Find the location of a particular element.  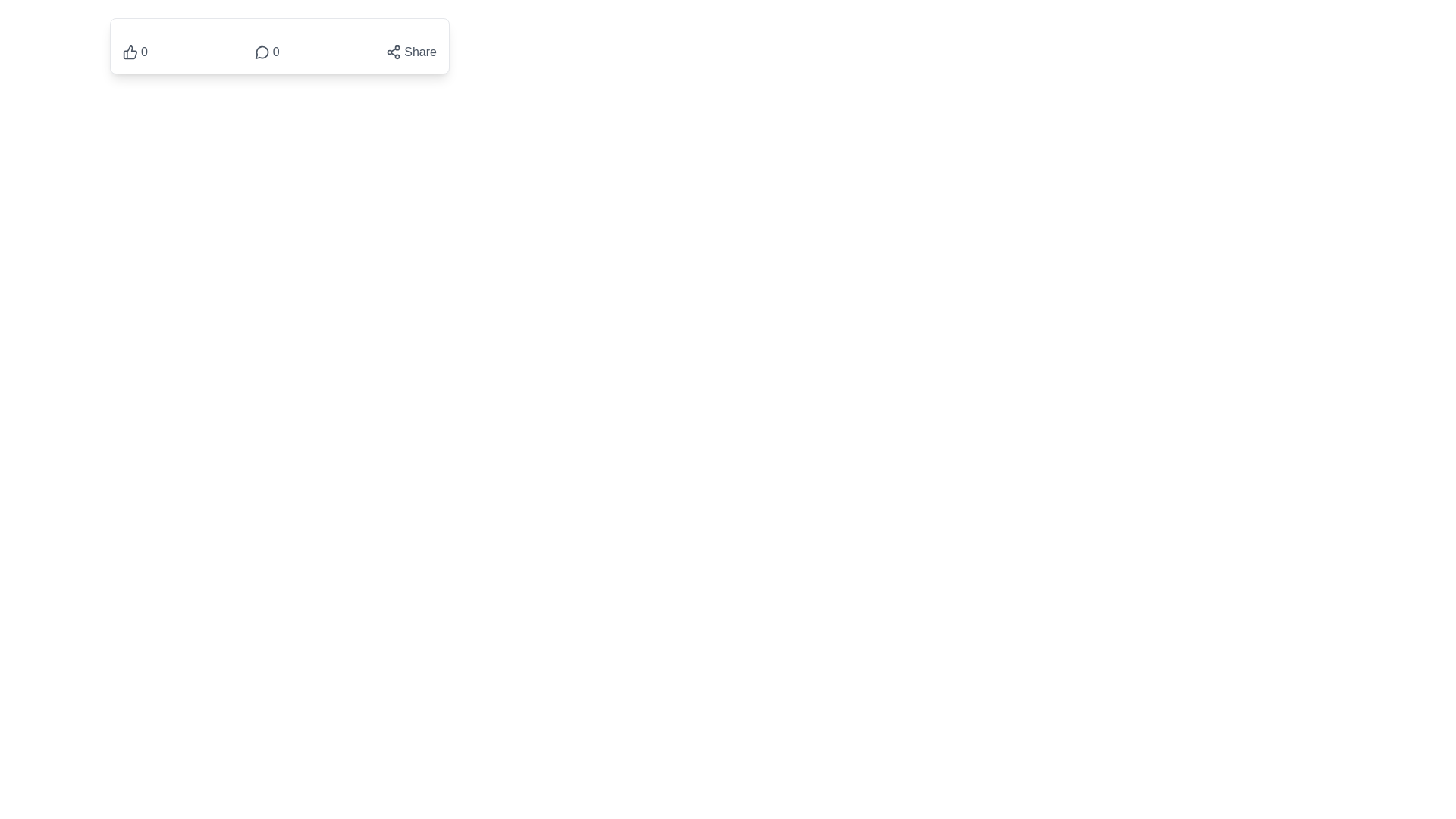

the thumbs-up icon located to the left of the numeric indicator '0', which is part of a toolbar near the top-left area of the interface is located at coordinates (130, 52).